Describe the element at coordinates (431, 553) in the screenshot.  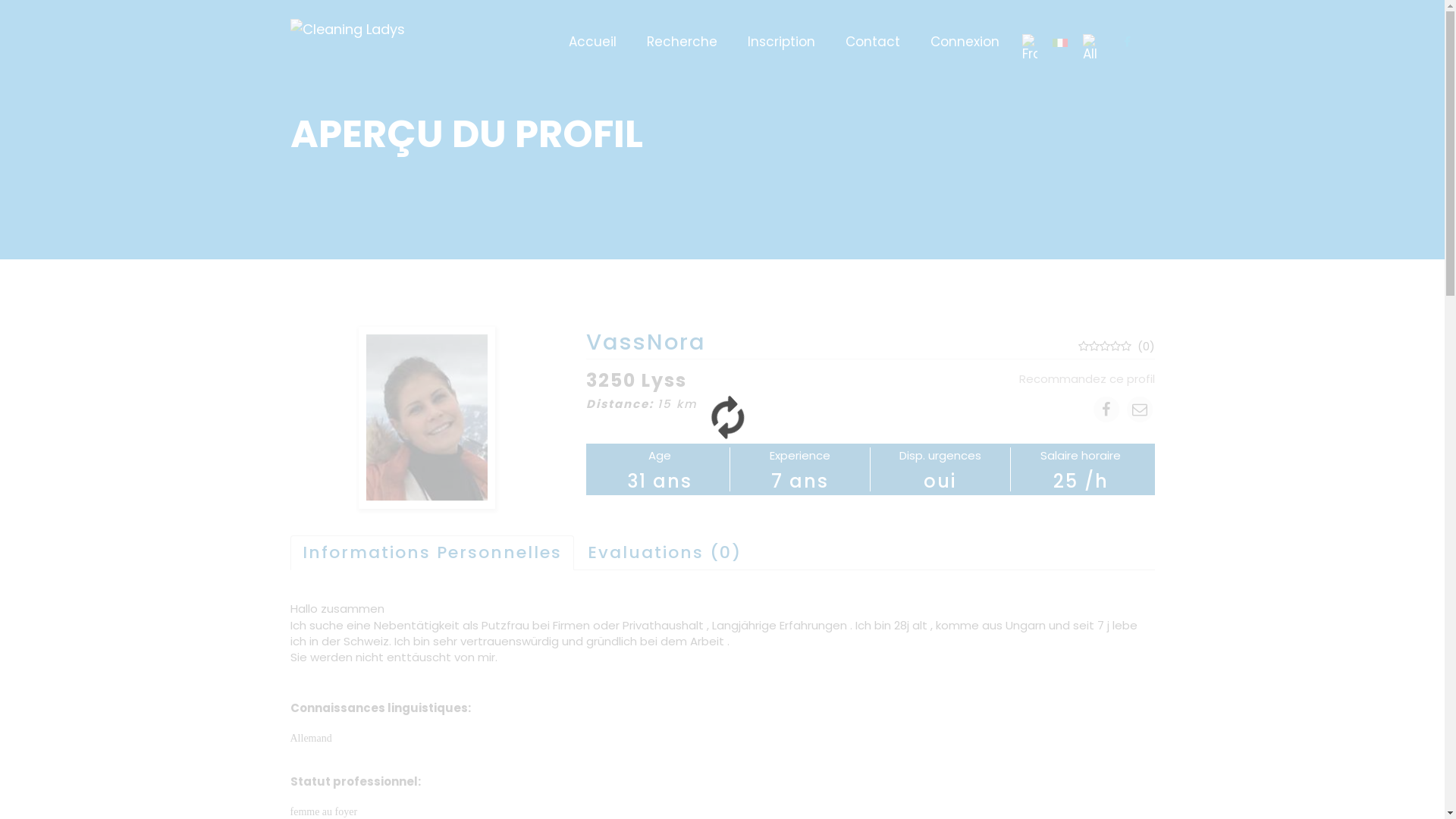
I see `'Informations Personnelles'` at that location.